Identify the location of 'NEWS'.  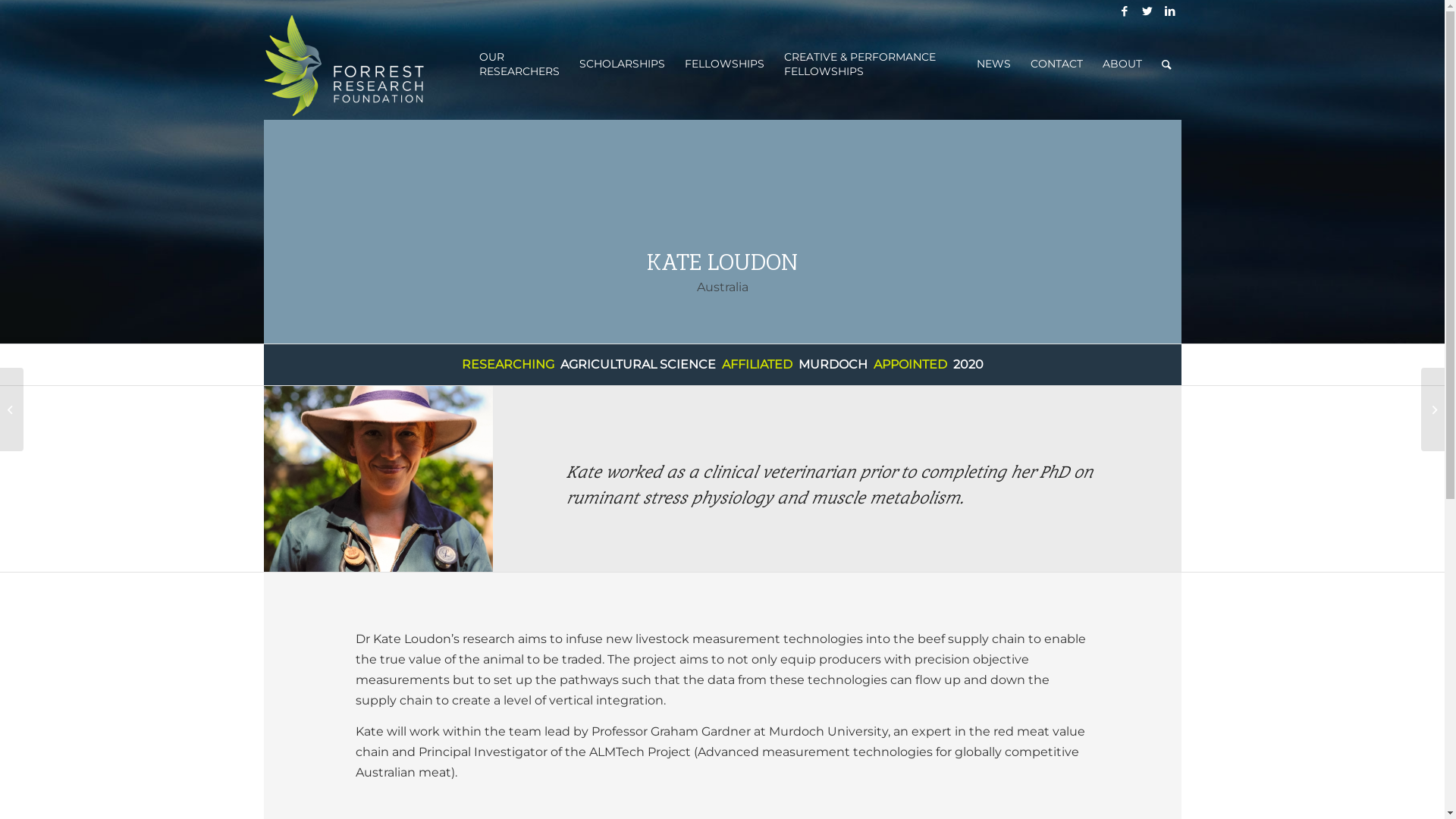
(993, 63).